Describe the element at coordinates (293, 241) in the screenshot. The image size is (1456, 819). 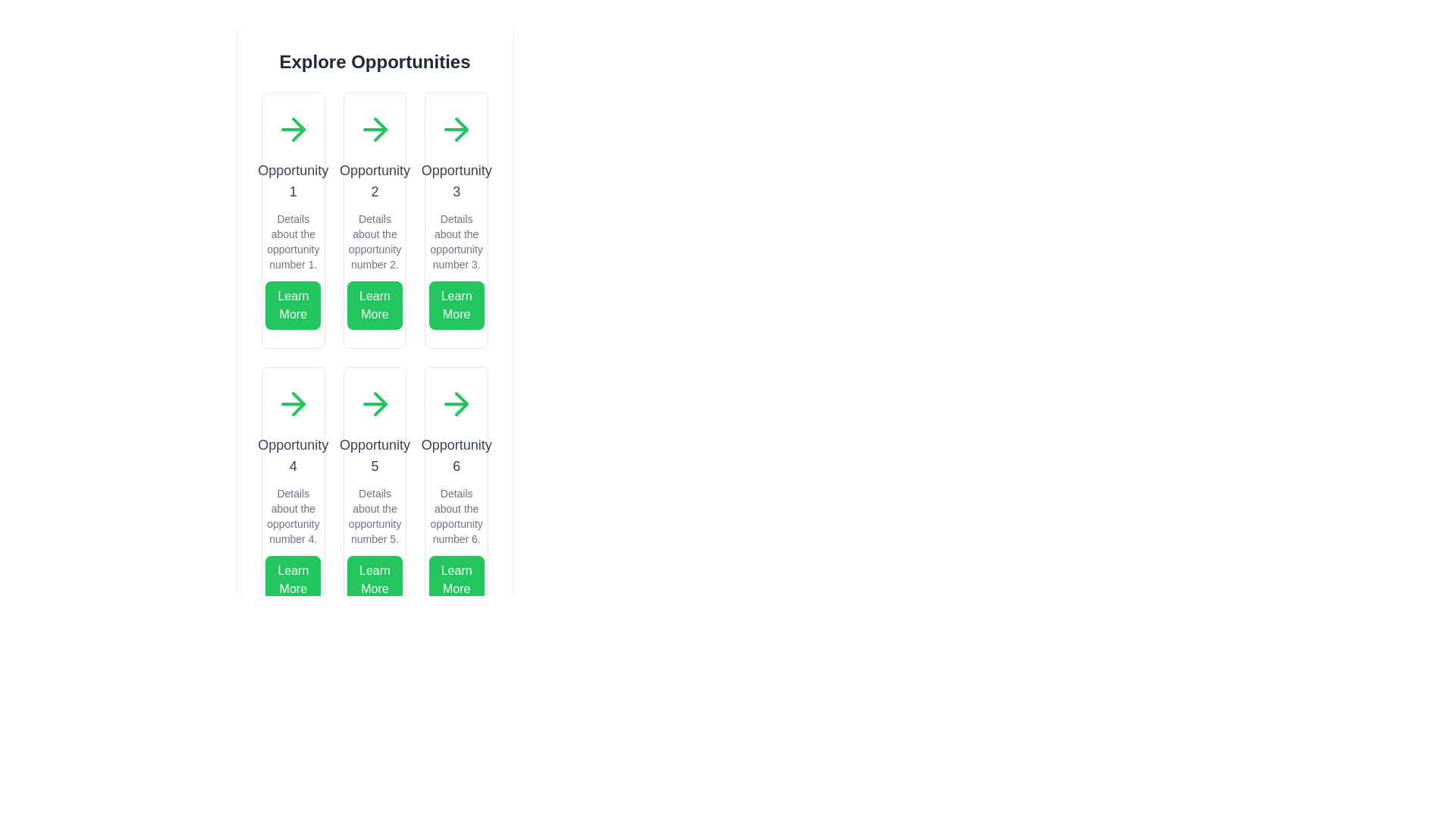
I see `the text block displaying 'Details about the opportunity number 1.' which is located below the 'Opportunity 1' header and above the 'Learn More' button` at that location.